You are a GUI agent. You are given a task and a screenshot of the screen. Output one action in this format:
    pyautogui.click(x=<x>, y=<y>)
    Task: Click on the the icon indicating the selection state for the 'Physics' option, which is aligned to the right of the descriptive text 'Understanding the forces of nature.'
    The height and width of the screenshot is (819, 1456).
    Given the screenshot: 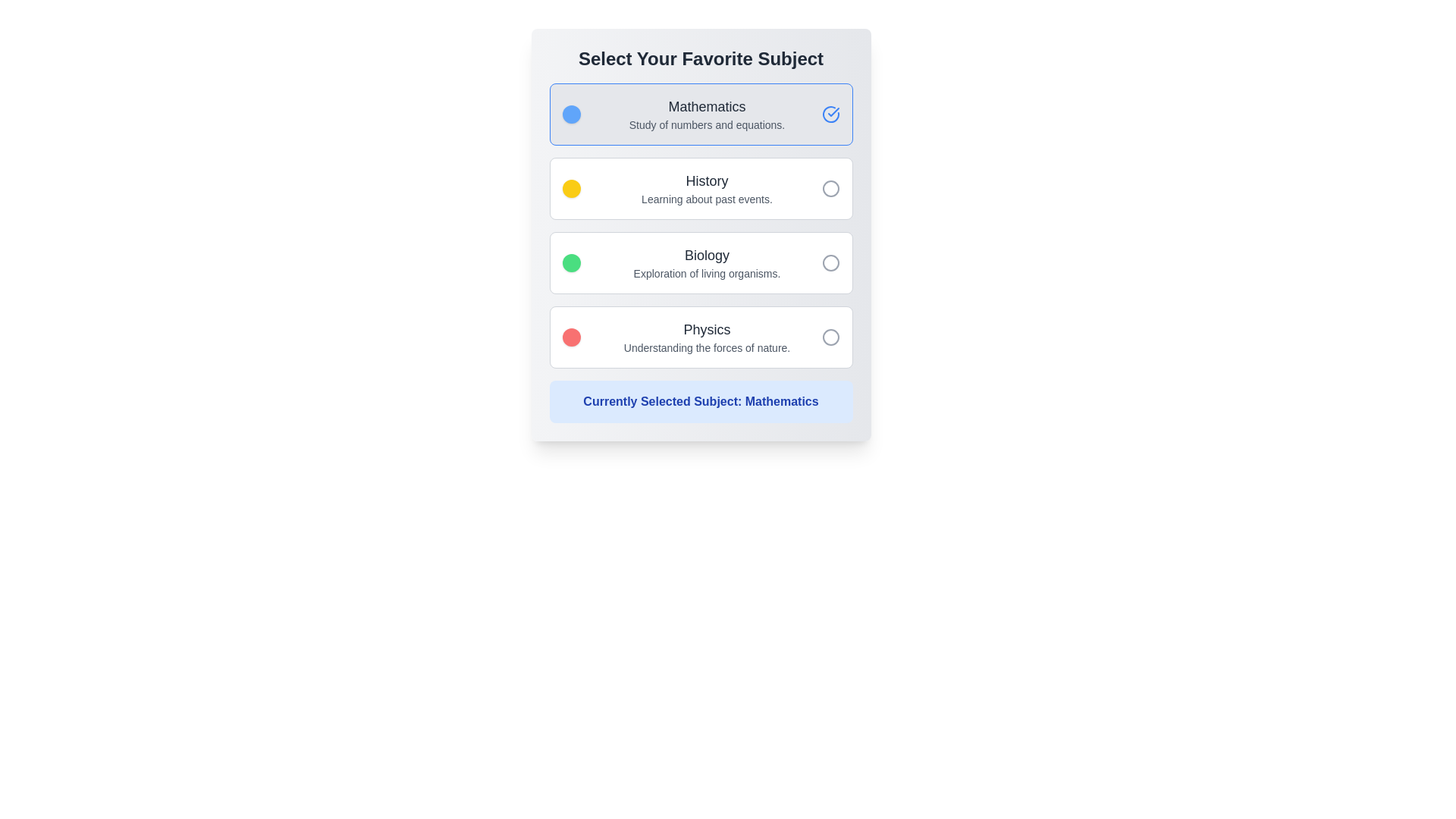 What is the action you would take?
    pyautogui.click(x=830, y=336)
    